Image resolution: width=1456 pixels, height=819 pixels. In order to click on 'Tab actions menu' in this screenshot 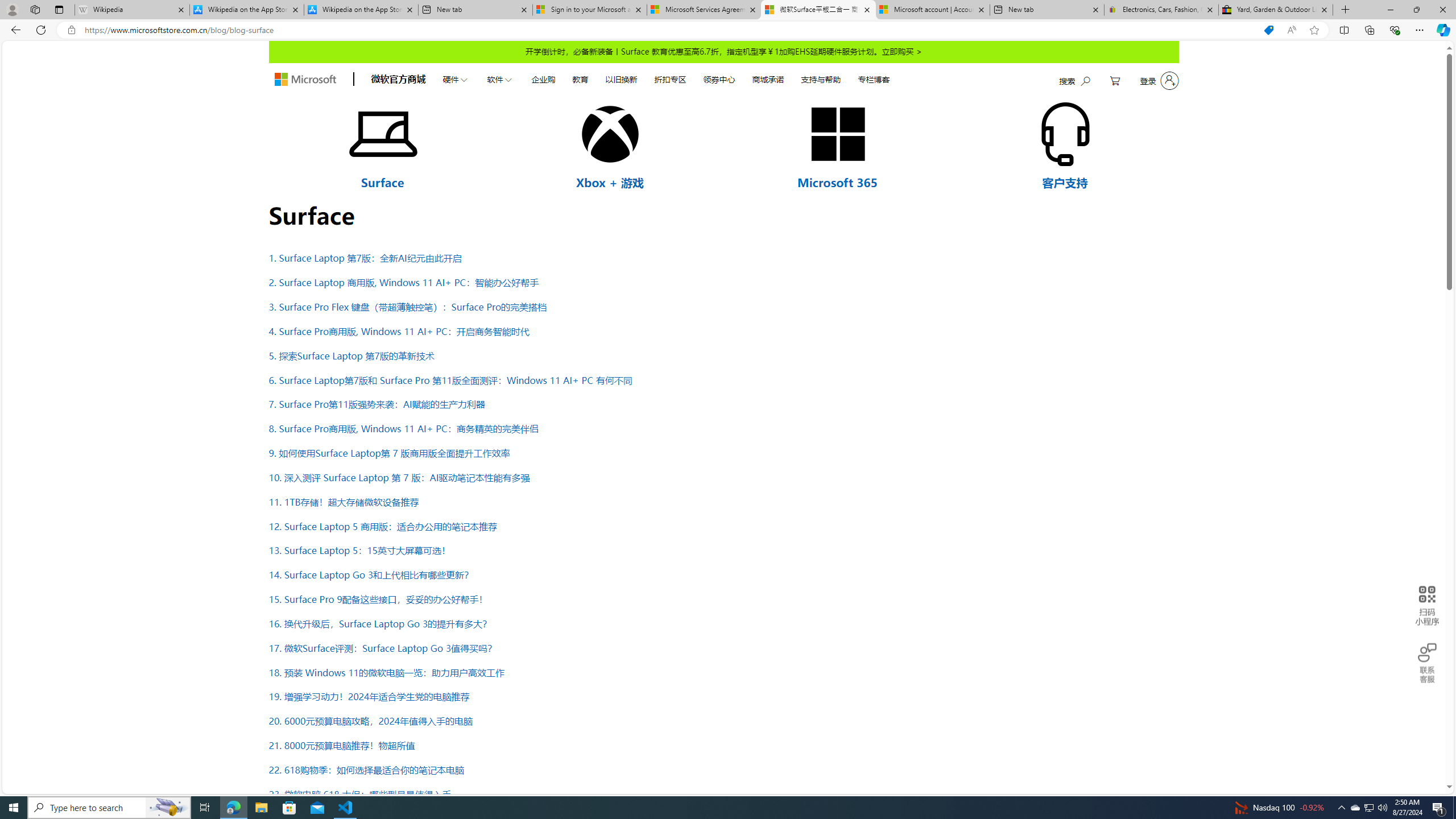, I will do `click(58, 9)`.